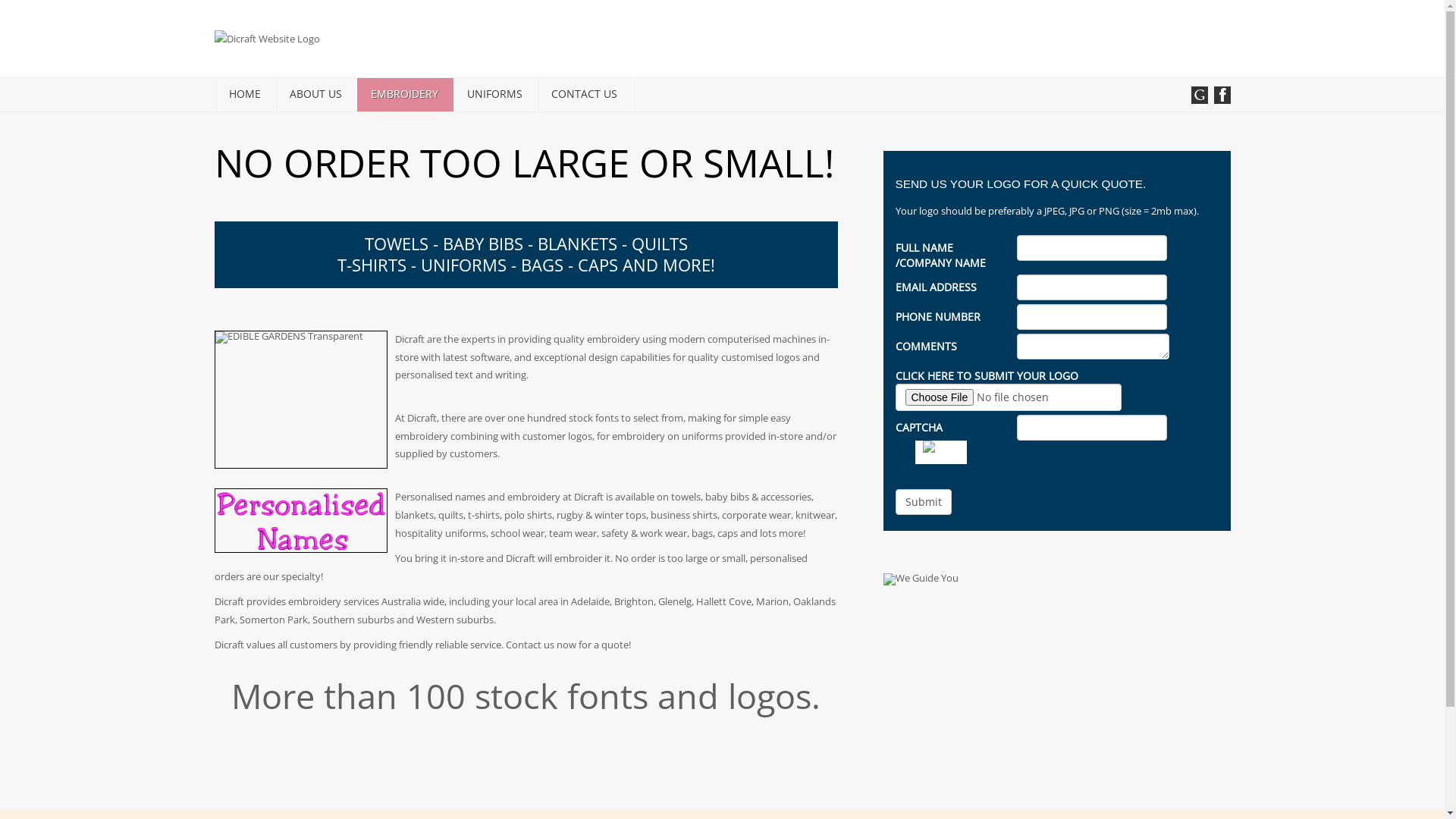  Describe the element at coordinates (315, 93) in the screenshot. I see `'ABOUT US'` at that location.